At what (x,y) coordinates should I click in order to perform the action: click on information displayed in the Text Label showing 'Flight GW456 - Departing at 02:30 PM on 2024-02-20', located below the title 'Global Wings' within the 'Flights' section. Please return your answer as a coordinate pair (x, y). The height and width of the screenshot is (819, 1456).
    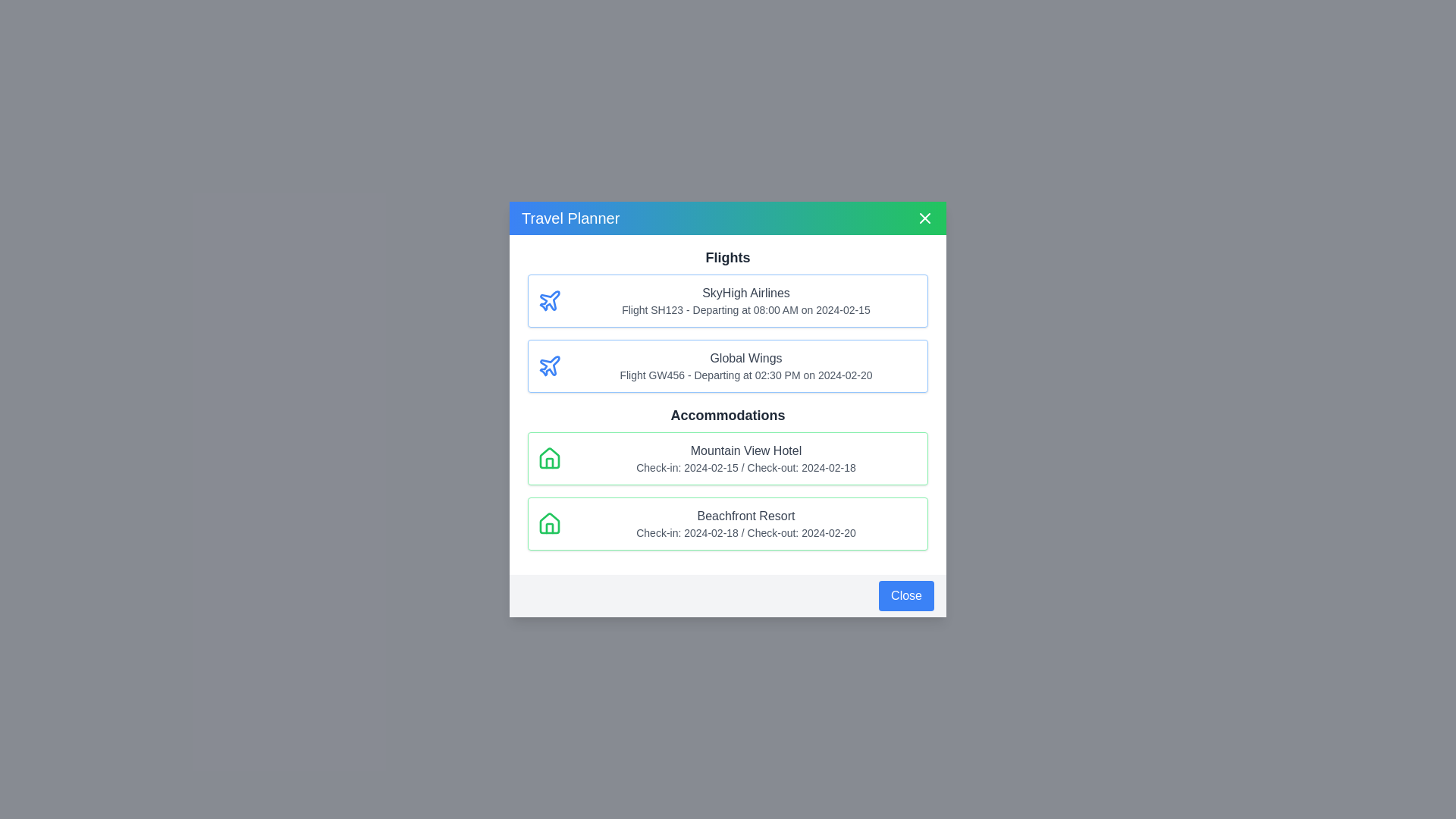
    Looking at the image, I should click on (745, 375).